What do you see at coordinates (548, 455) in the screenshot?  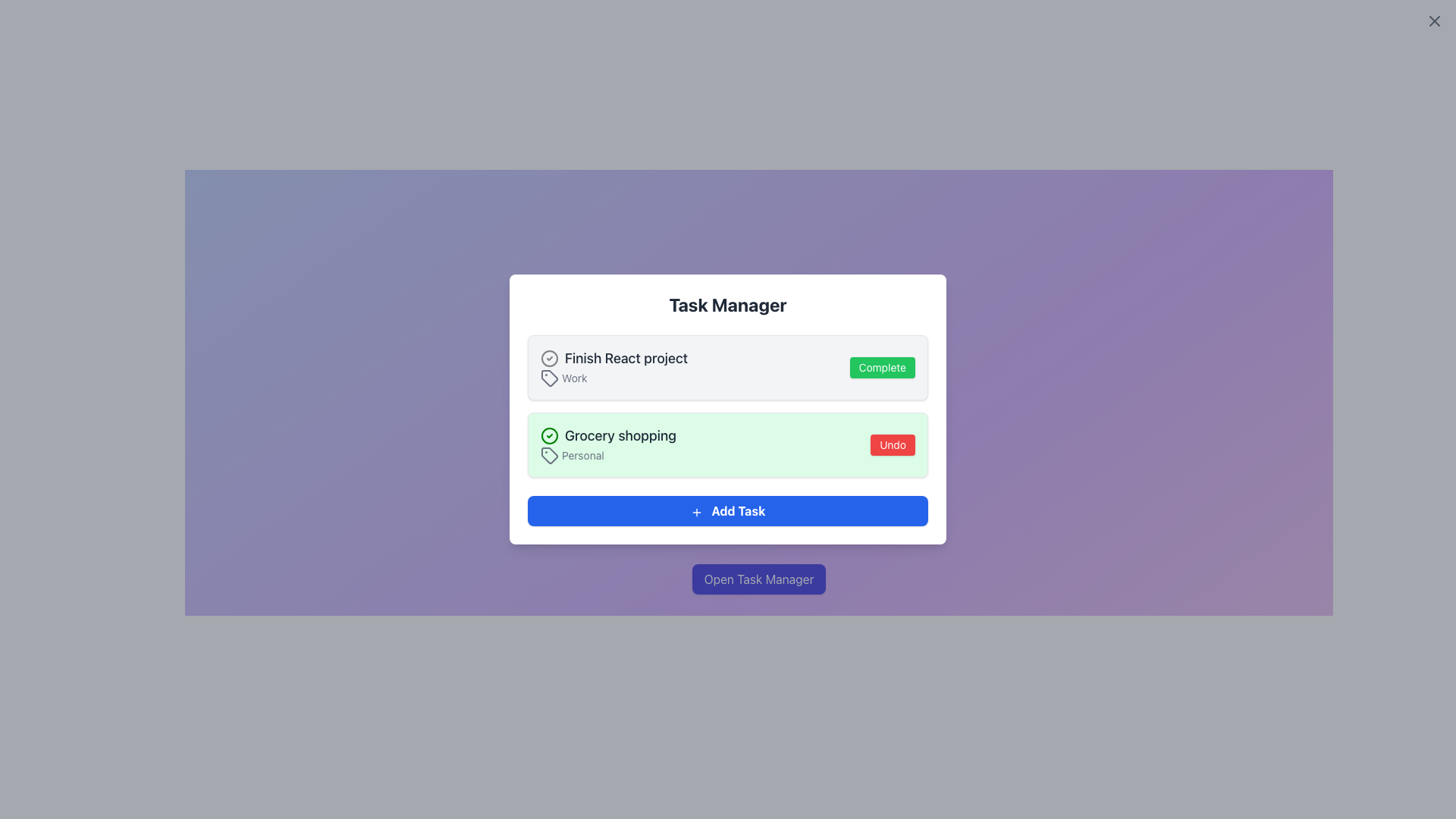 I see `the visual tag icon located to the left of the text 'Personal' in the second task entry for 'Grocery shopping'` at bounding box center [548, 455].